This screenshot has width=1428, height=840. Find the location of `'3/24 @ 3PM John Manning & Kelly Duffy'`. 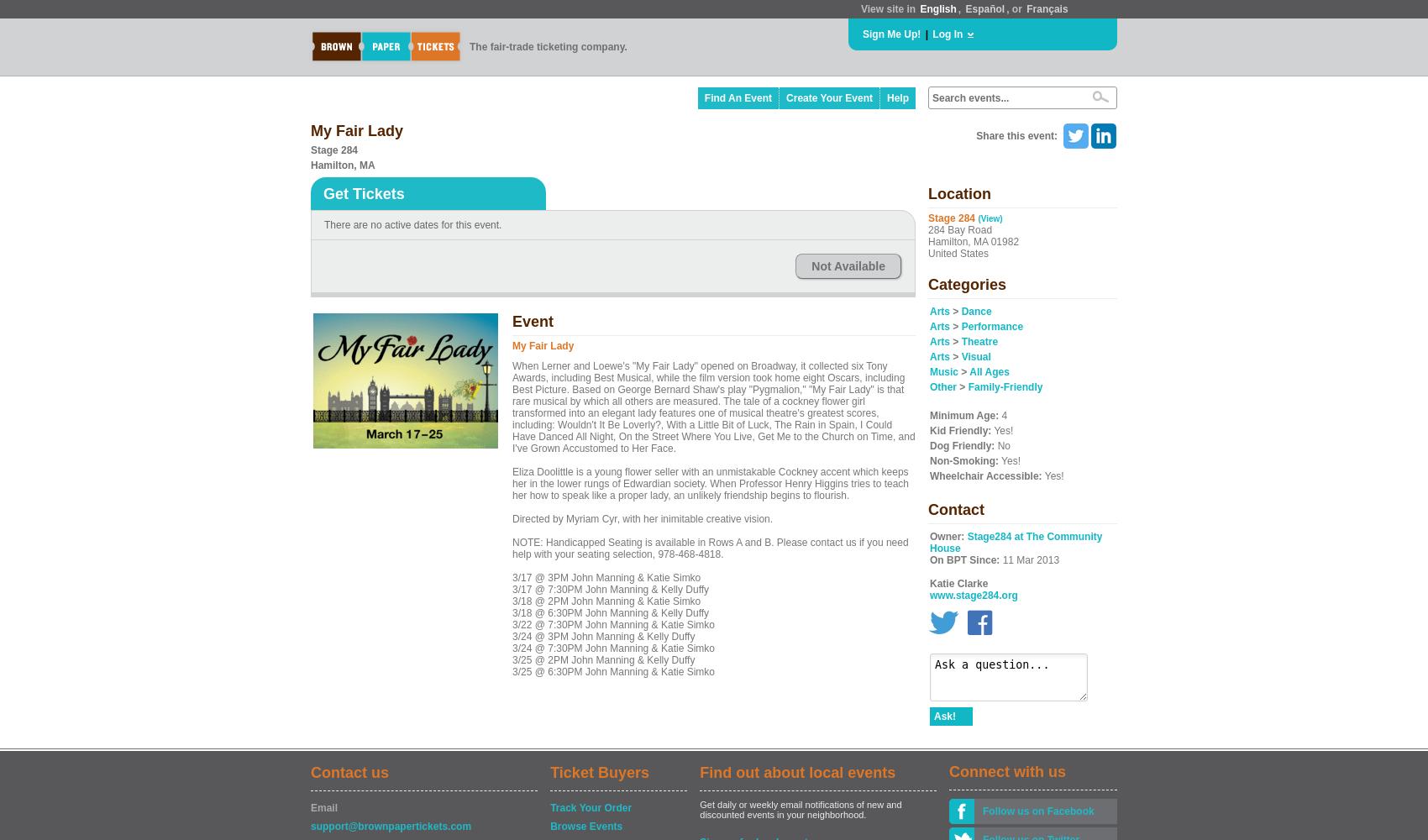

'3/24 @ 3PM John Manning & Kelly Duffy' is located at coordinates (603, 637).